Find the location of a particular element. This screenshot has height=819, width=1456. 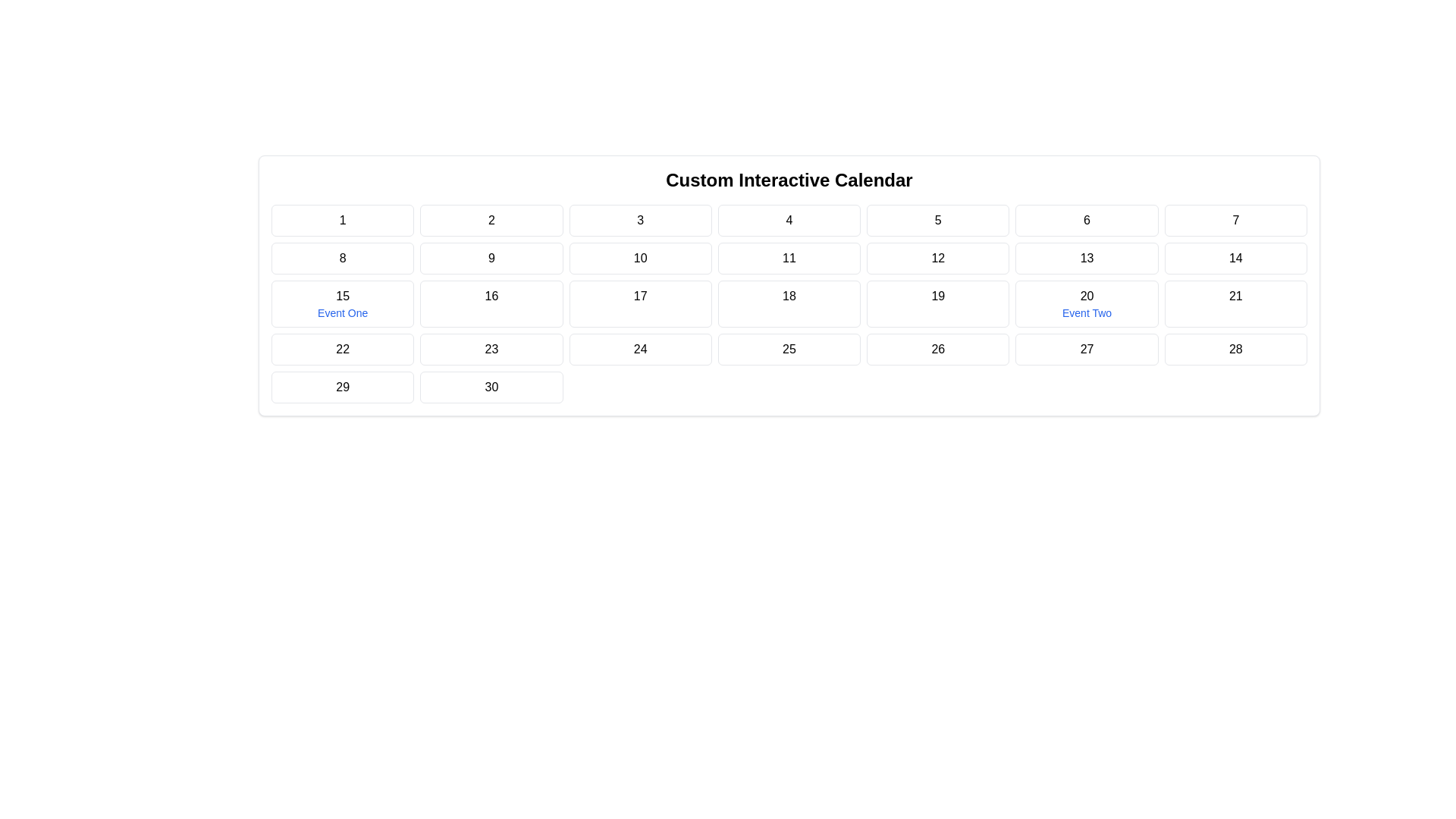

the button representing the number '17' in the calendar grid layout is located at coordinates (640, 304).